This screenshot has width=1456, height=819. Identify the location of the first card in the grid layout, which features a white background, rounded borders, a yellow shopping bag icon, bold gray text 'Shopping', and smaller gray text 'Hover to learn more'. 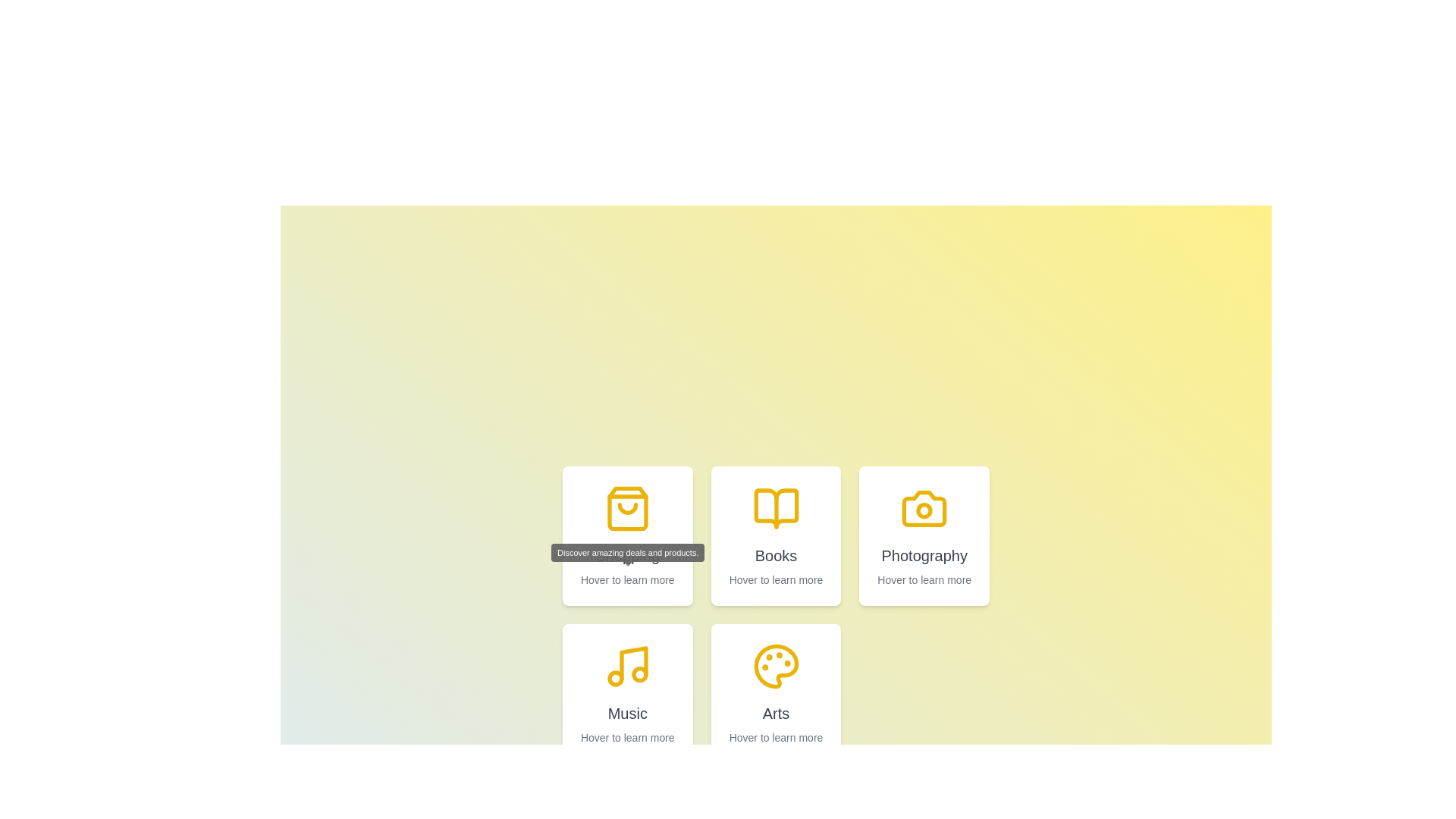
(627, 535).